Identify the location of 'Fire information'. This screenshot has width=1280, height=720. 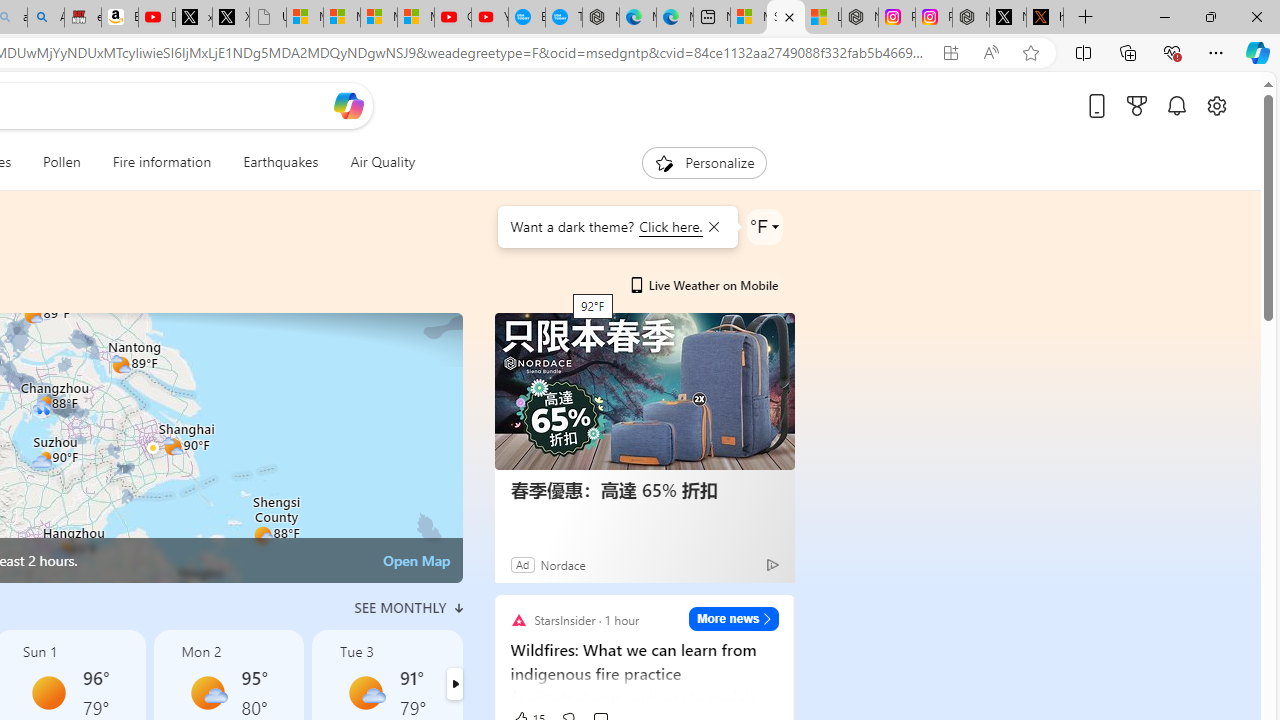
(161, 162).